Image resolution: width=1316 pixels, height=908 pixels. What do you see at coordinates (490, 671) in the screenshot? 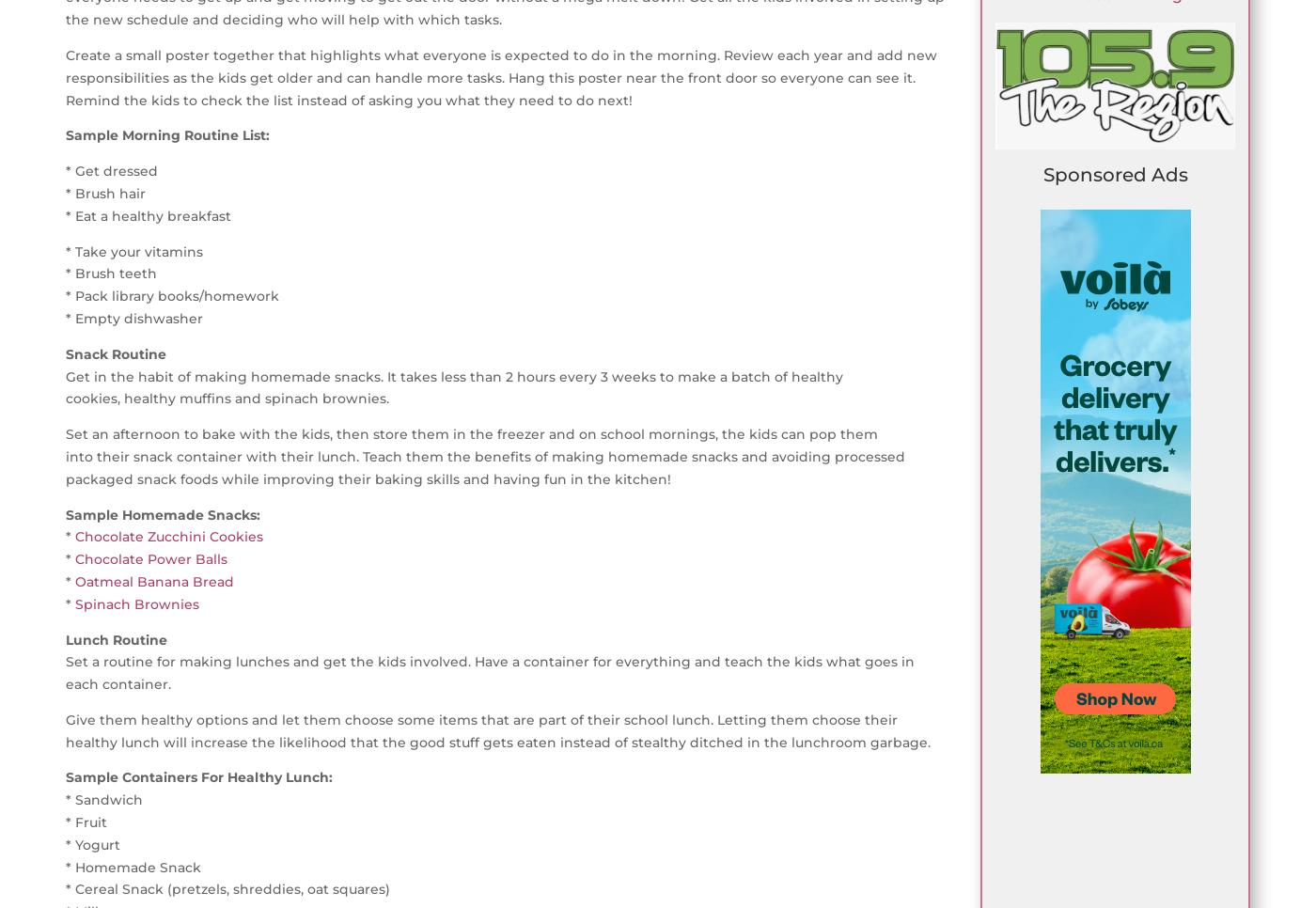
I see `'Set a routine for making lunches and get the kids involved. Have a container for everything and teach the kids what goes in each container.'` at bounding box center [490, 671].